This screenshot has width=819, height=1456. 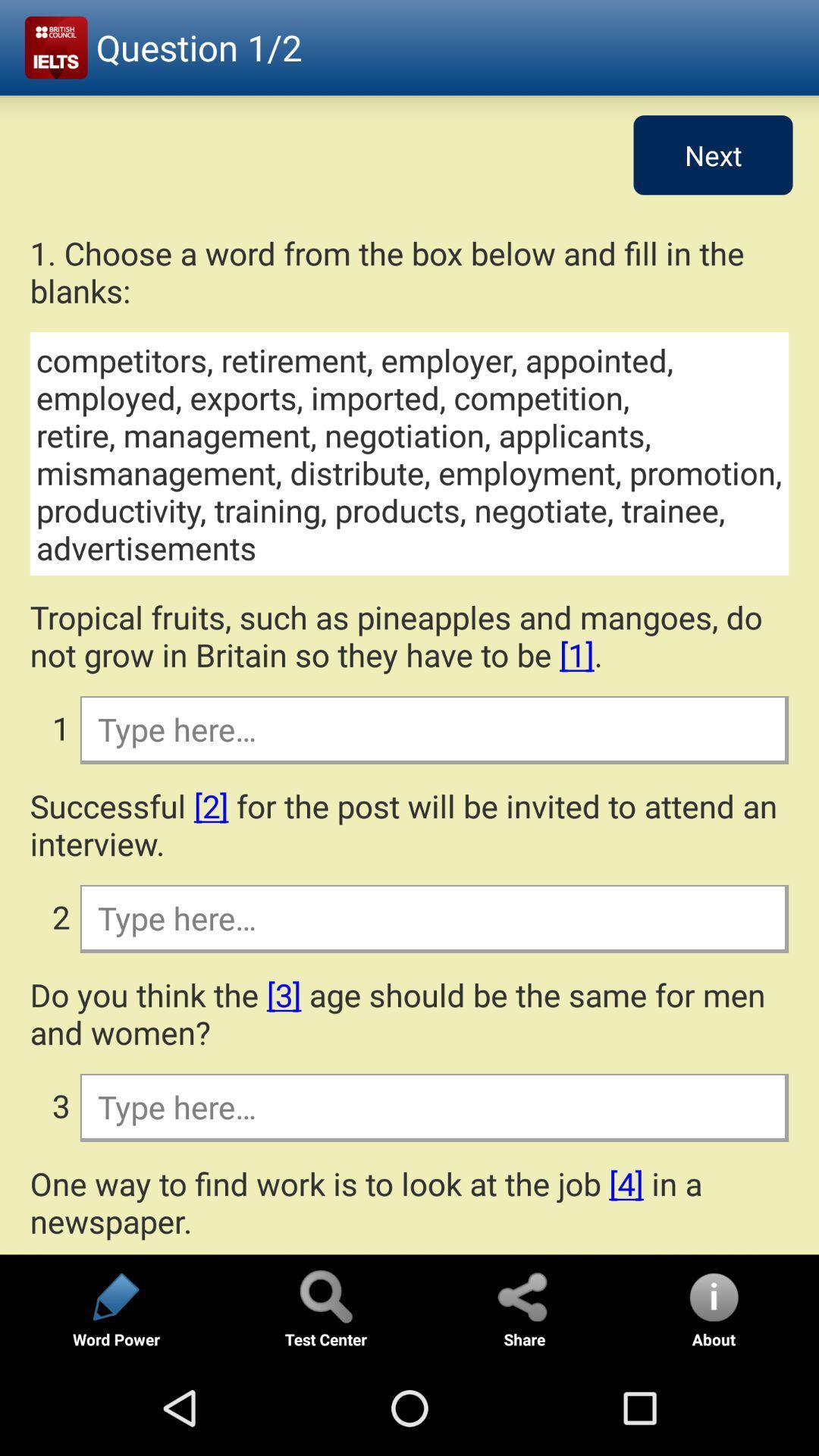 I want to click on the item above tropical fruits such item, so click(x=409, y=453).